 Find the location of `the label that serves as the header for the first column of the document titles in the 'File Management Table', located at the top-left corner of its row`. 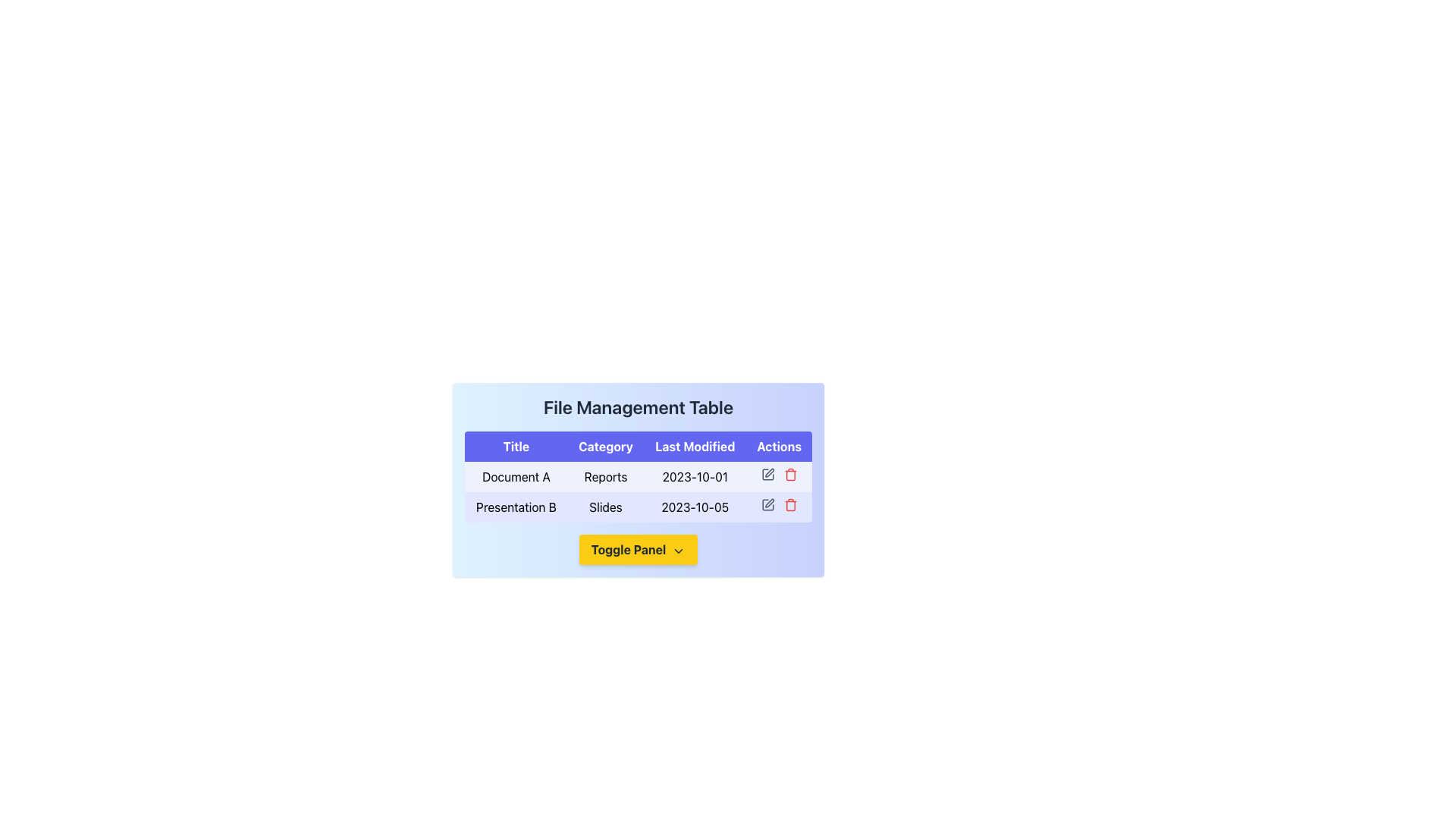

the label that serves as the header for the first column of the document titles in the 'File Management Table', located at the top-left corner of its row is located at coordinates (516, 446).